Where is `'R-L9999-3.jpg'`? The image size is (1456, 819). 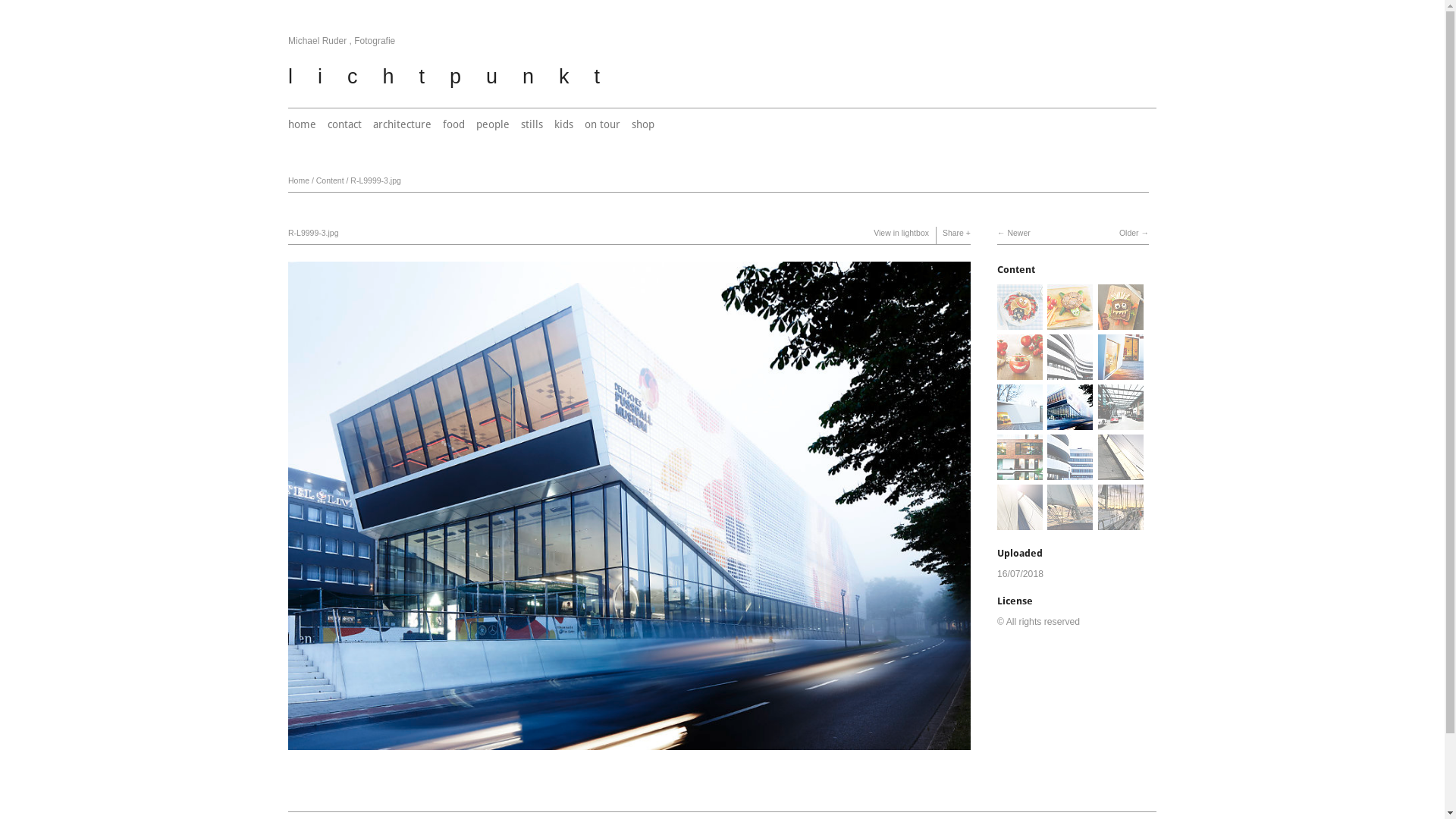
'R-L9999-3.jpg' is located at coordinates (375, 180).